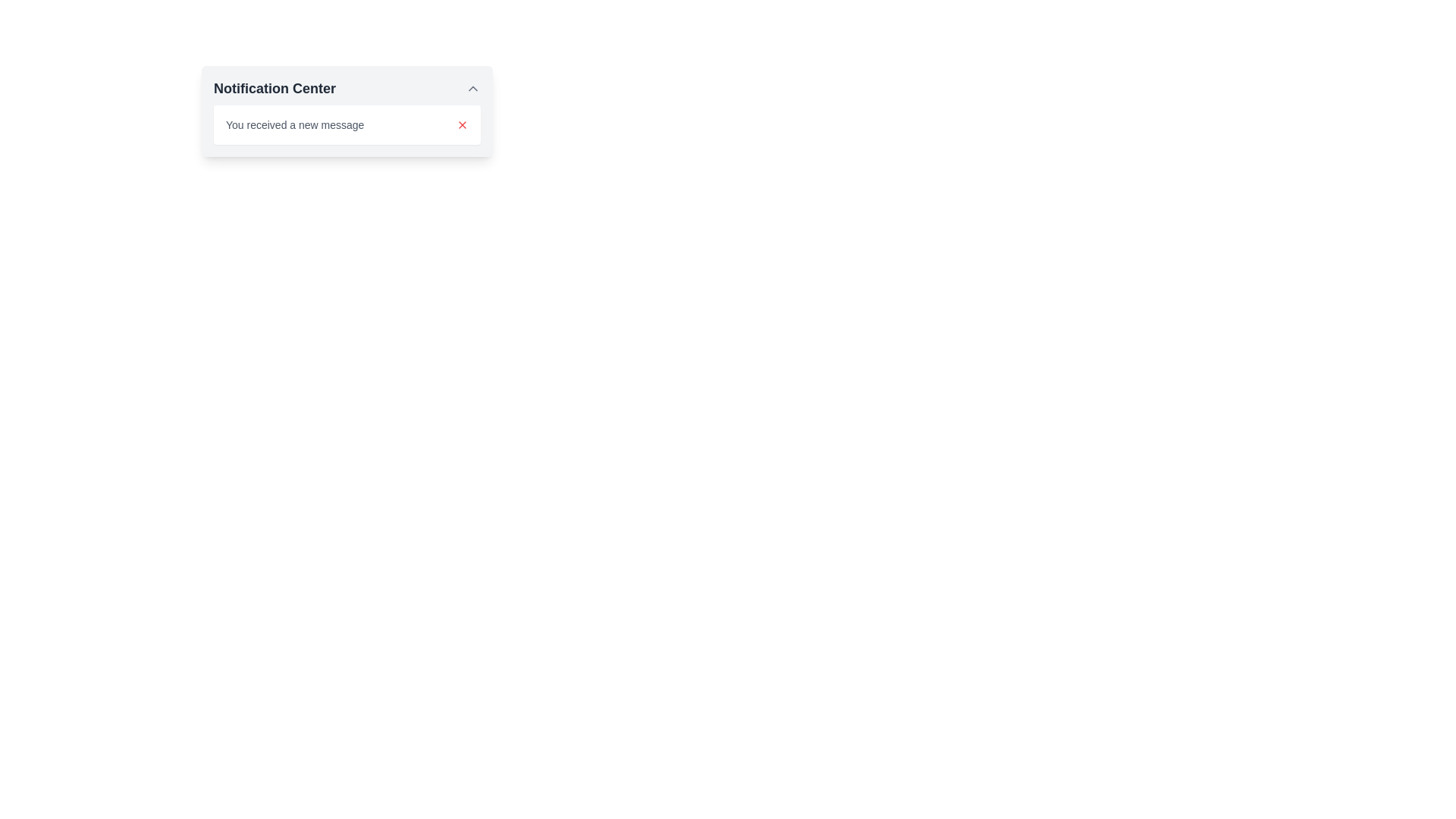 The width and height of the screenshot is (1456, 819). I want to click on message displayed in the Text Label that shows a notification about receiving a new message, so click(295, 124).